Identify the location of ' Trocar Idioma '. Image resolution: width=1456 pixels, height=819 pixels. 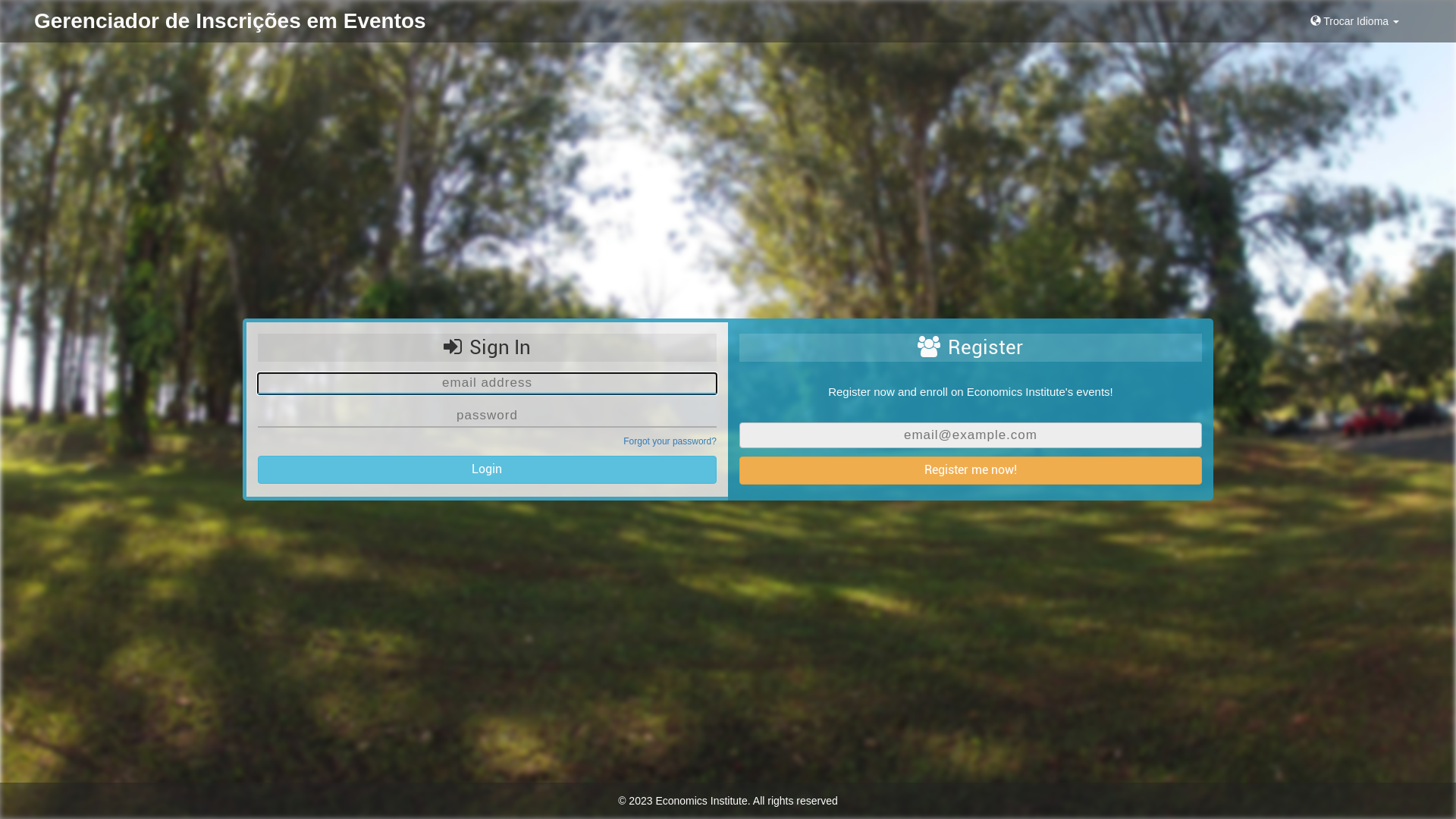
(1354, 20).